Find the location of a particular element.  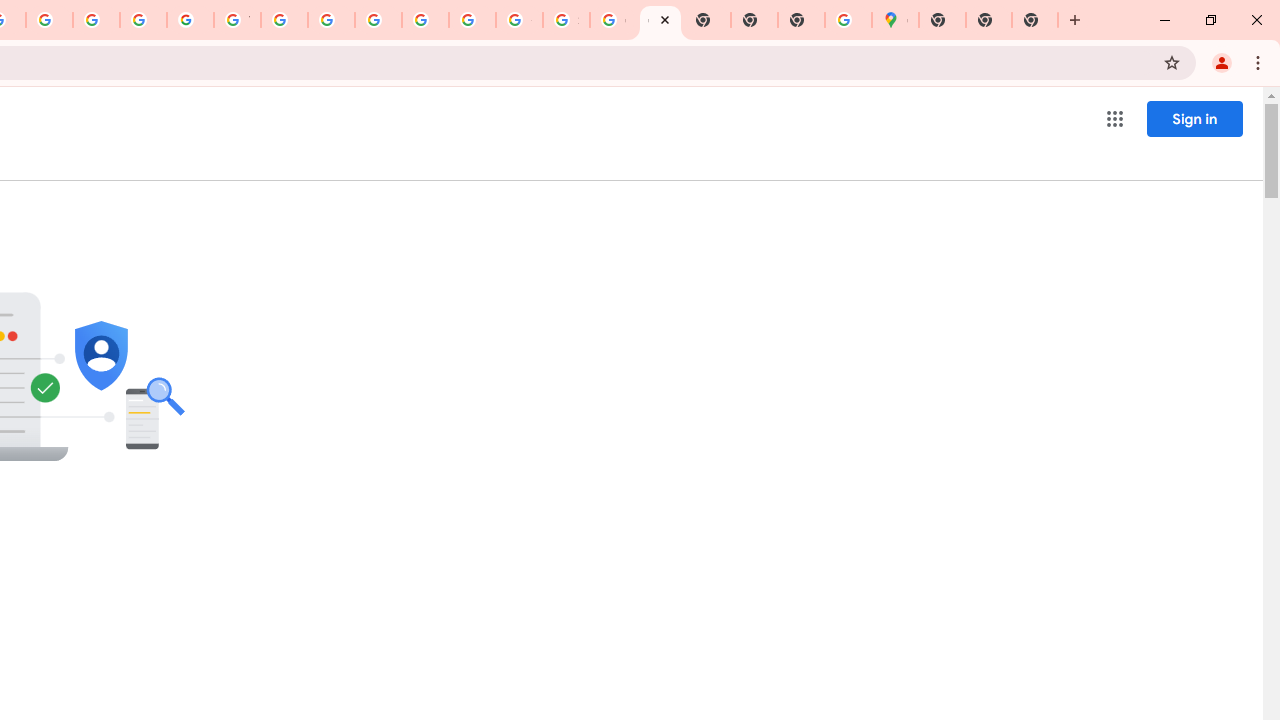

'Use Google Maps in Space - Google Maps Help' is located at coordinates (848, 20).